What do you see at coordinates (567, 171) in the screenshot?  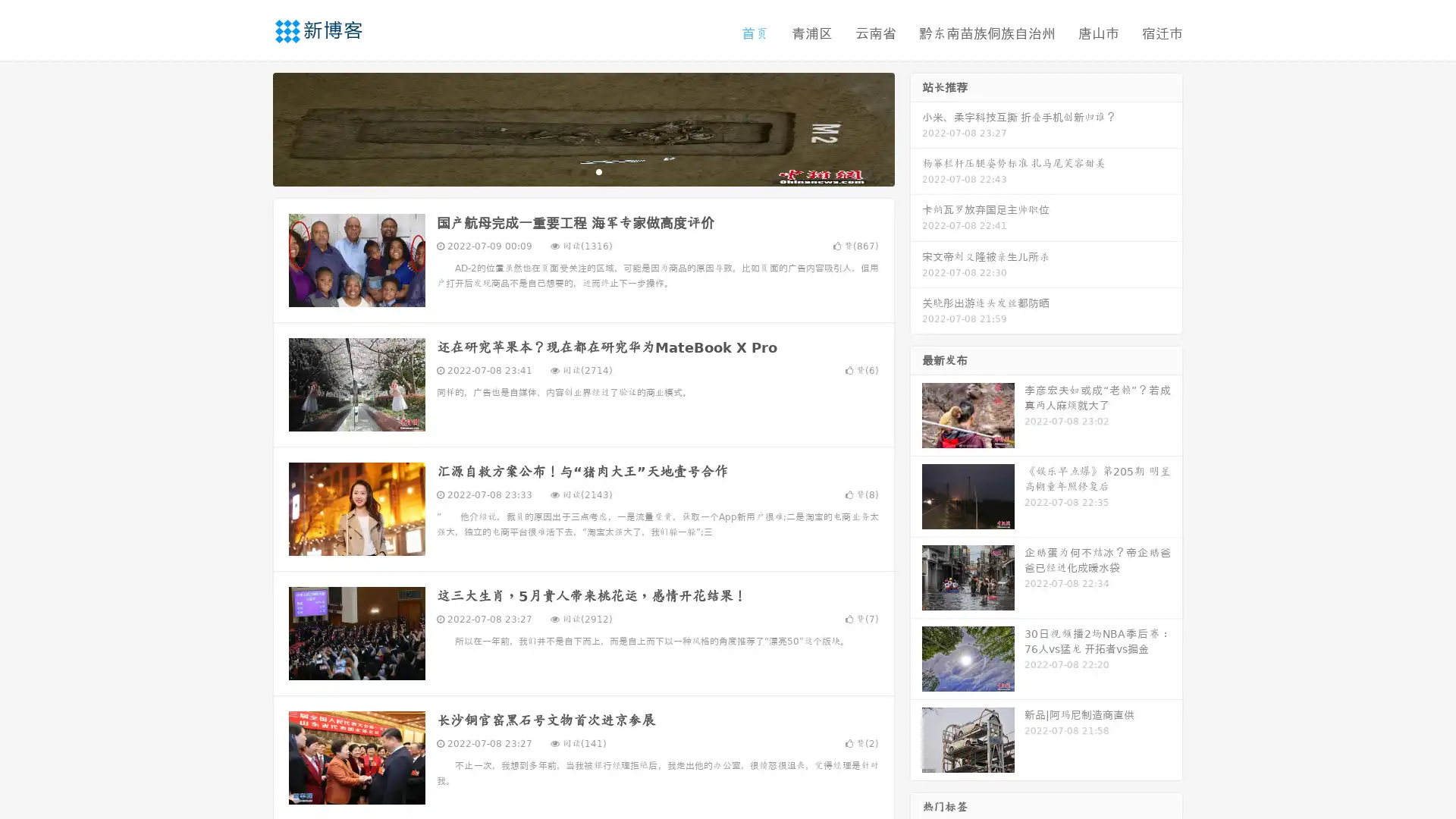 I see `Go to slide 1` at bounding box center [567, 171].